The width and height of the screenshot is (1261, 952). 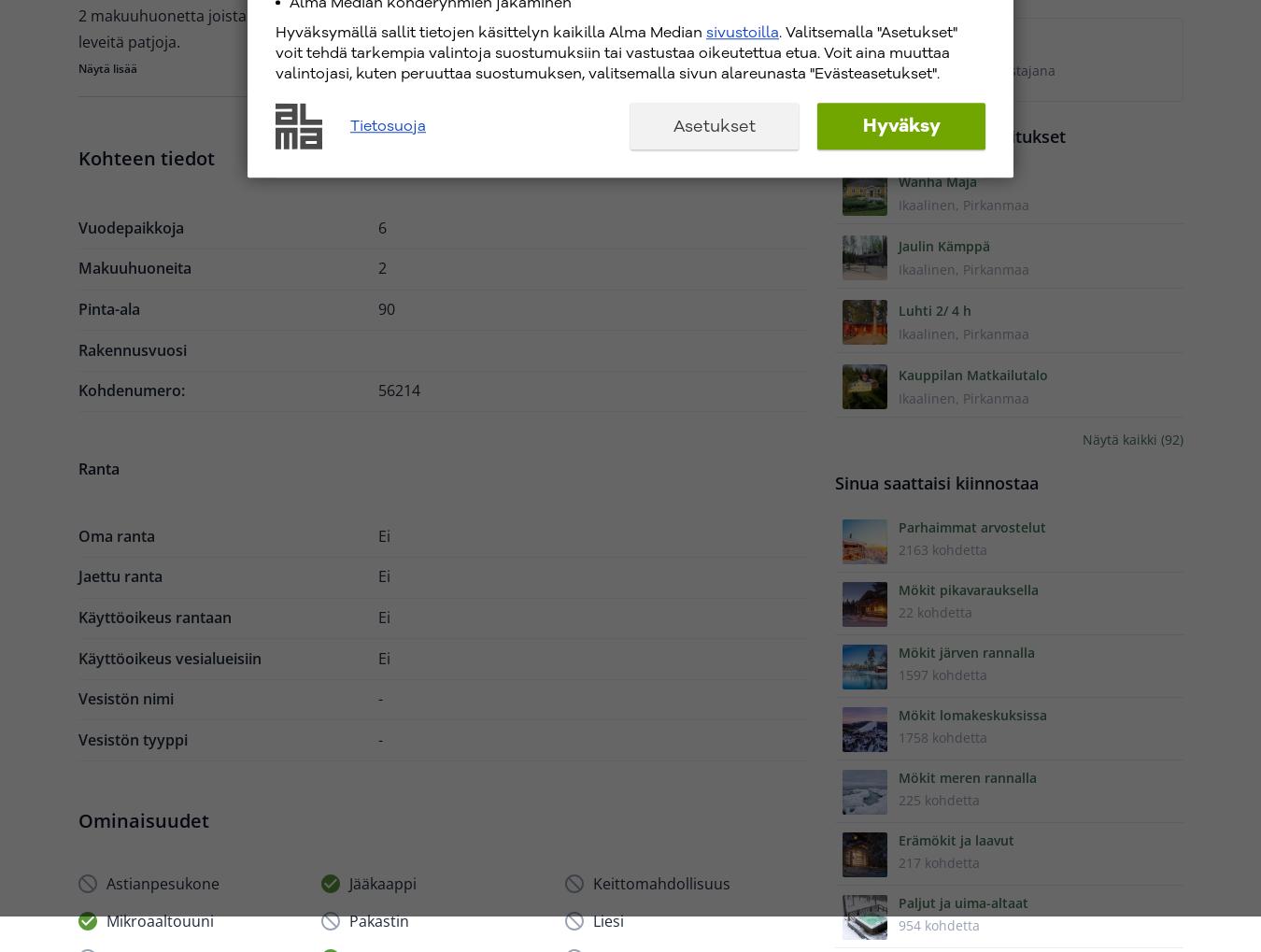 What do you see at coordinates (936, 179) in the screenshot?
I see `'Wanha Maja'` at bounding box center [936, 179].